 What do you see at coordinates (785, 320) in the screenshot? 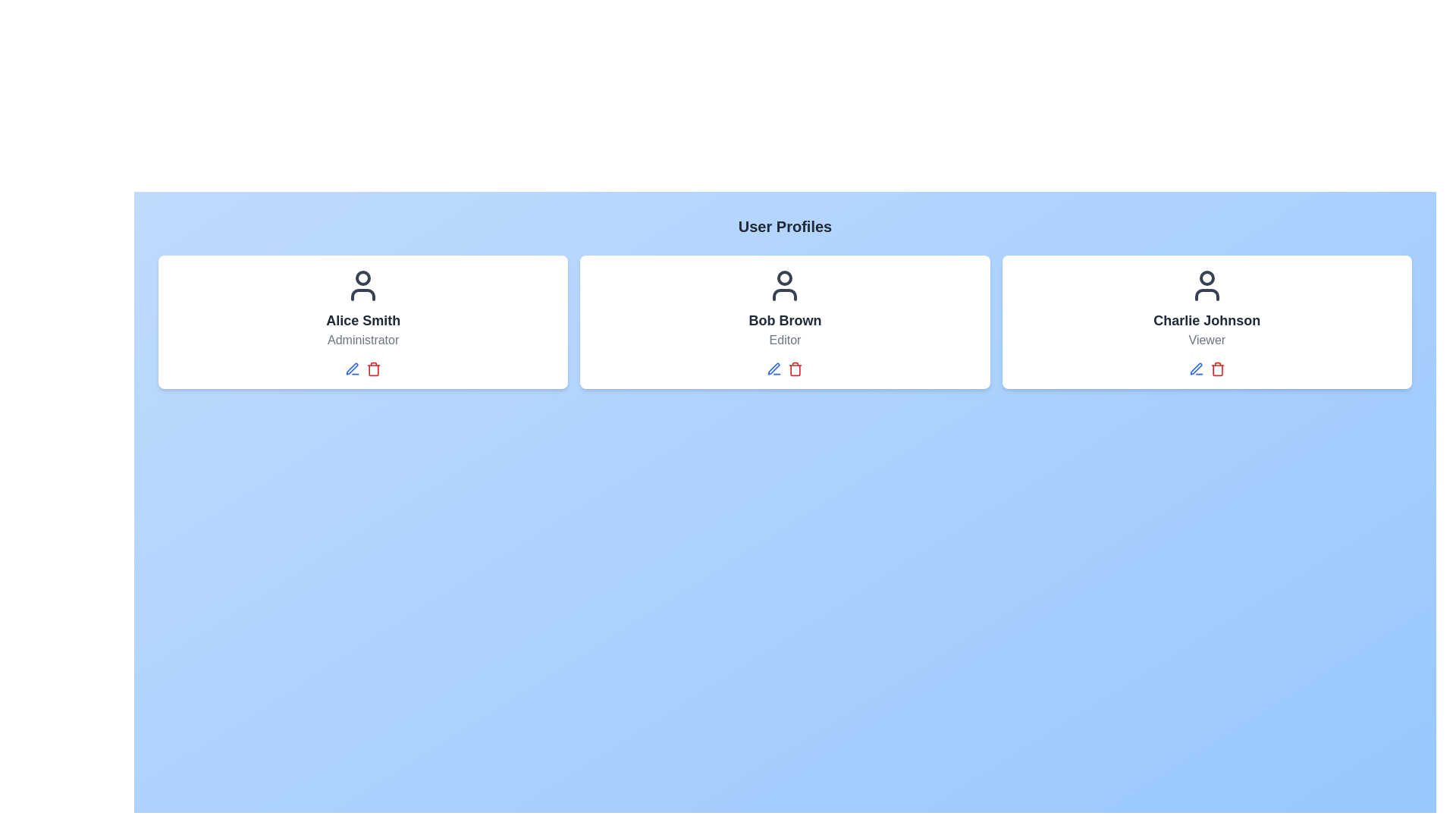
I see `the text label displaying the name 'Bob Brown', which is prominently styled in bold and dark gray, positioned centrally above the subtitle 'Editor'` at bounding box center [785, 320].